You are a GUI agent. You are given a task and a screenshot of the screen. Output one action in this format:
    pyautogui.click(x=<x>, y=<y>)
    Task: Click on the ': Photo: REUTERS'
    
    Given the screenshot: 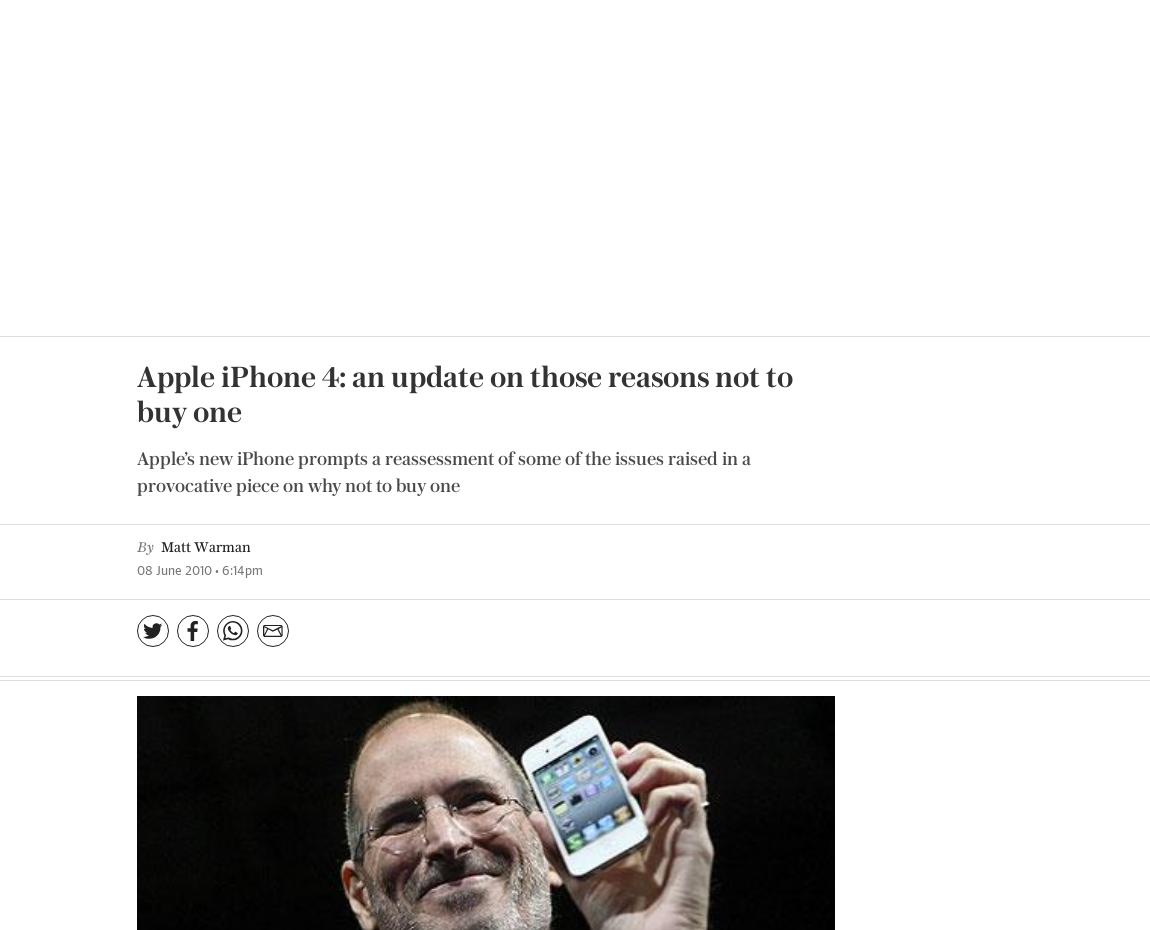 What is the action you would take?
    pyautogui.click(x=762, y=368)
    